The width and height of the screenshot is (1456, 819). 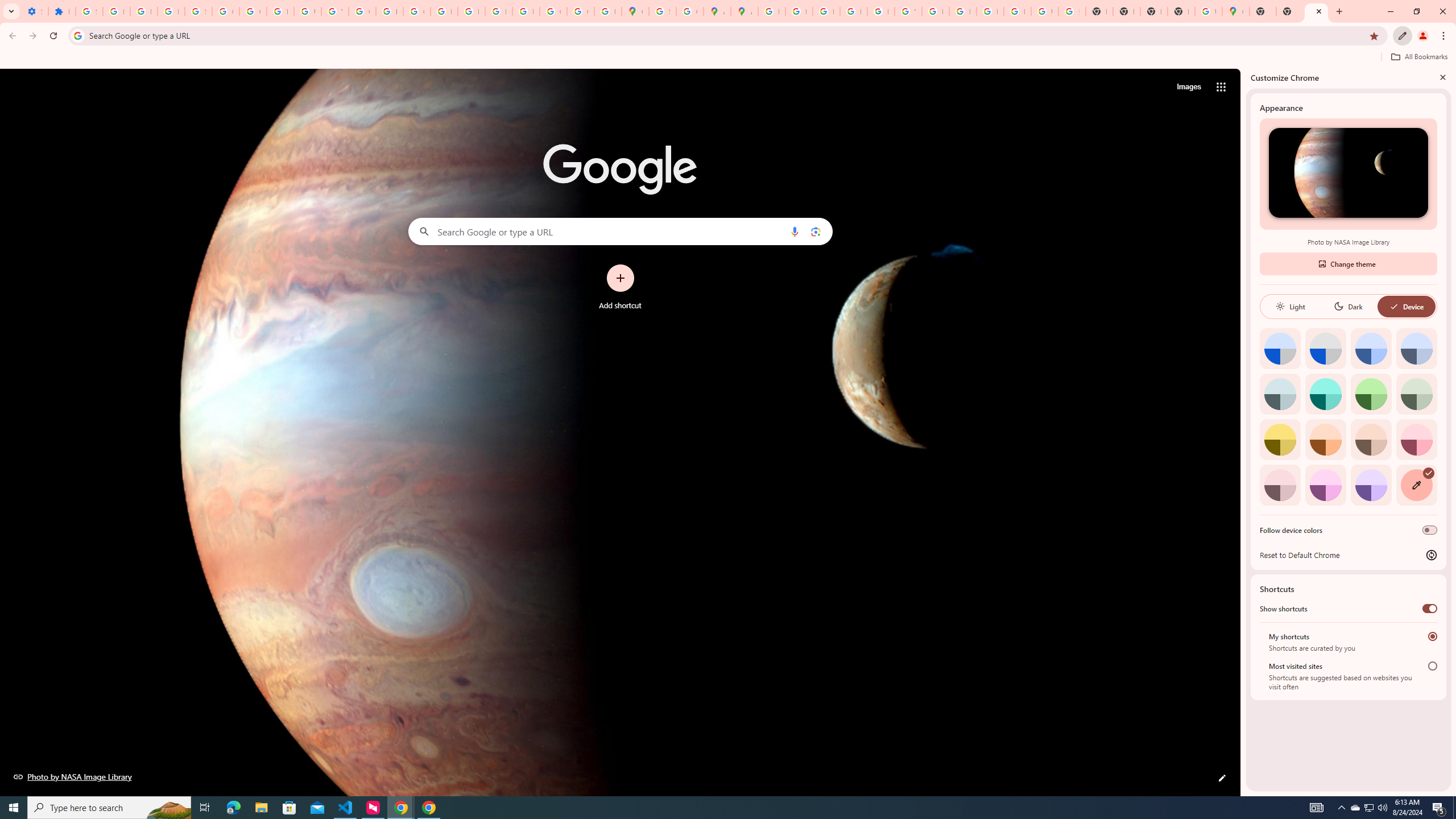 What do you see at coordinates (689, 11) in the screenshot?
I see `'Create your Google Account'` at bounding box center [689, 11].